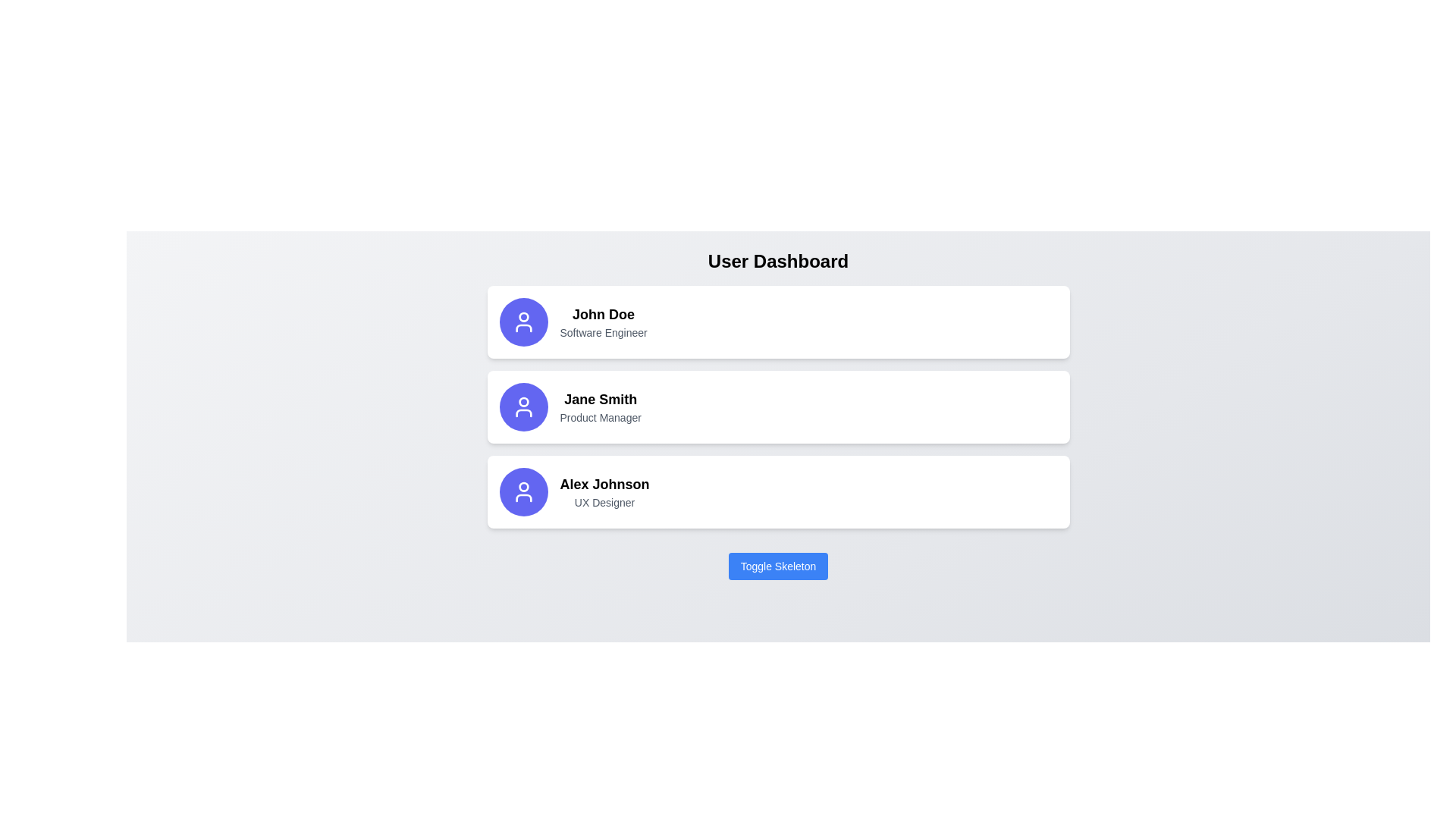 The height and width of the screenshot is (819, 1456). Describe the element at coordinates (523, 321) in the screenshot. I see `the user's profile SVG icon located at the top-left corner of the user list, specifically to the left of 'John Doe's' name` at that location.